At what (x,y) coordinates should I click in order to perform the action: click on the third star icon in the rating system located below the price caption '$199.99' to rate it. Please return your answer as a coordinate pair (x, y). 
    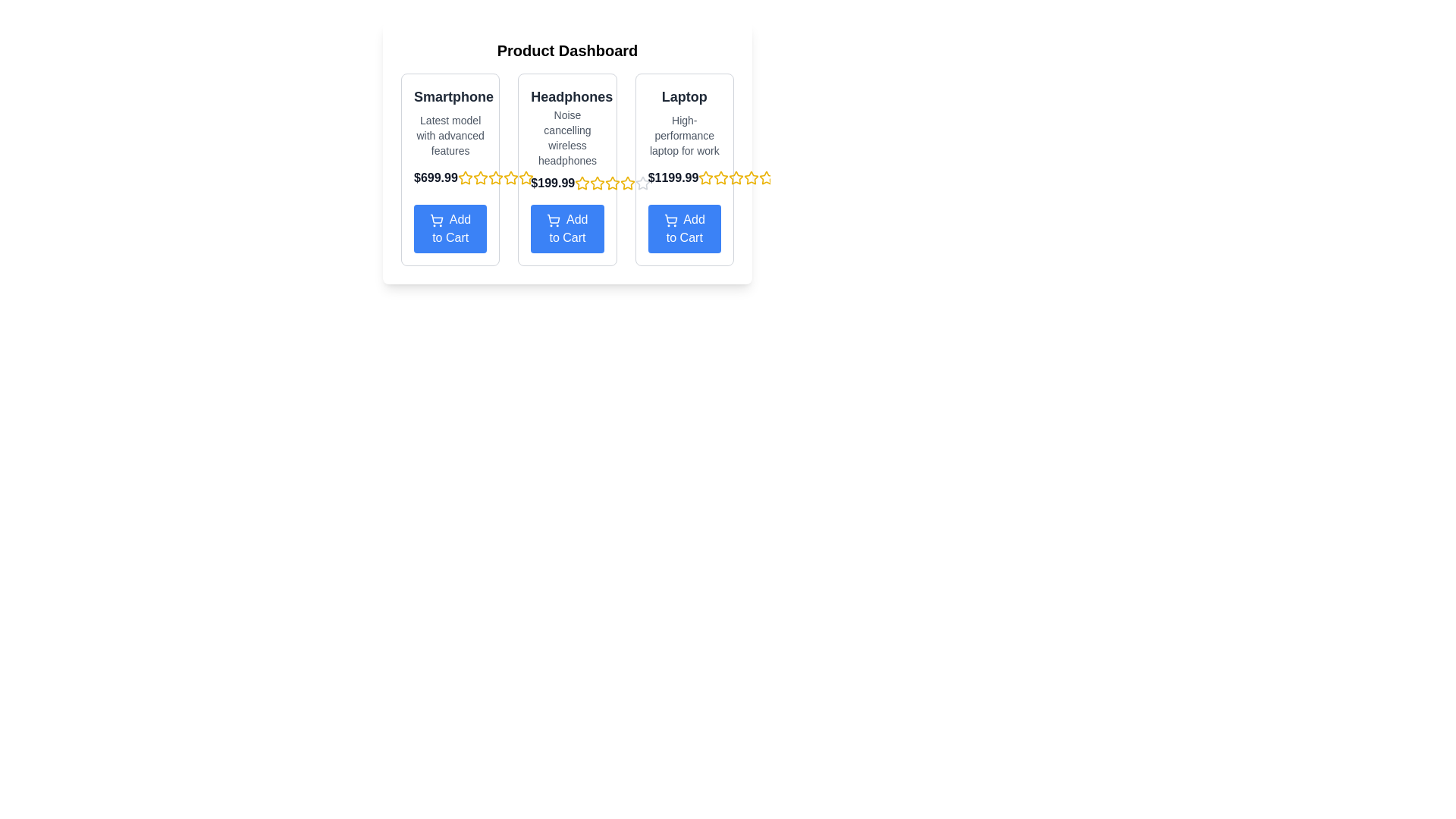
    Looking at the image, I should click on (613, 183).